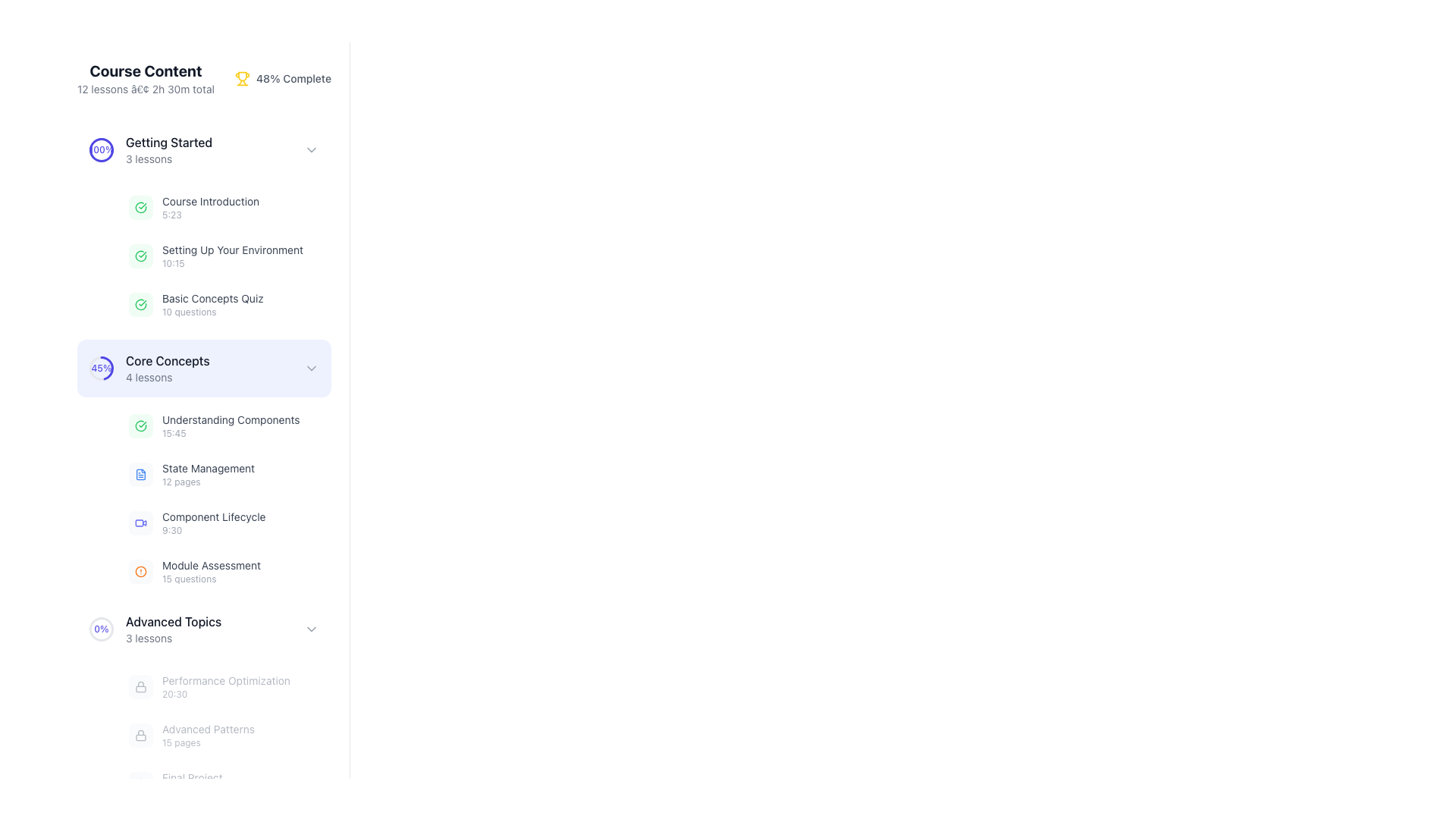  What do you see at coordinates (232, 256) in the screenshot?
I see `the second list item under the 'Getting Started' section to activate keyboard navigation` at bounding box center [232, 256].